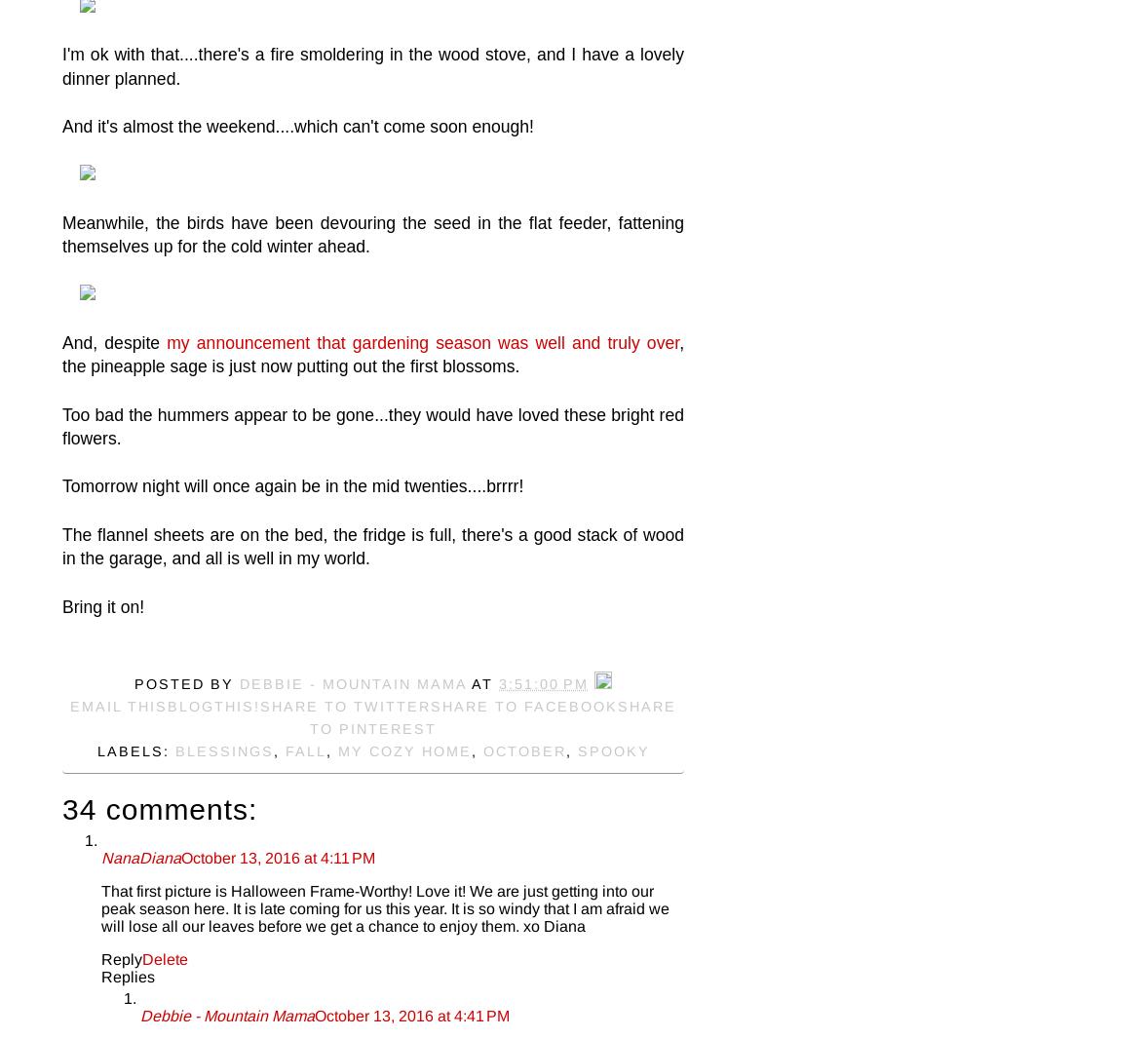  Describe the element at coordinates (102, 605) in the screenshot. I see `'Bring it on!'` at that location.